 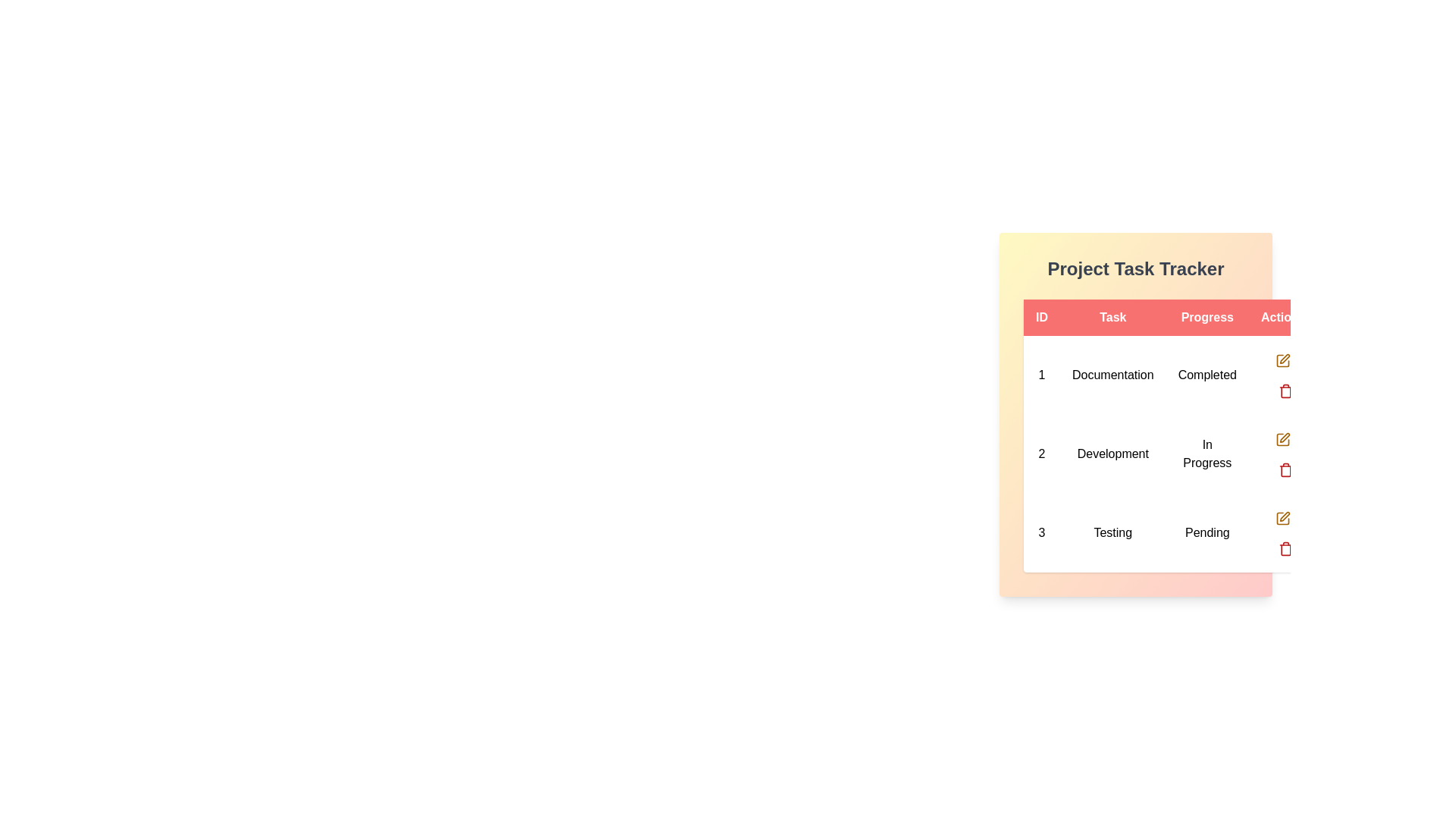 I want to click on the edit button for the task with ID 3, so click(x=1282, y=516).